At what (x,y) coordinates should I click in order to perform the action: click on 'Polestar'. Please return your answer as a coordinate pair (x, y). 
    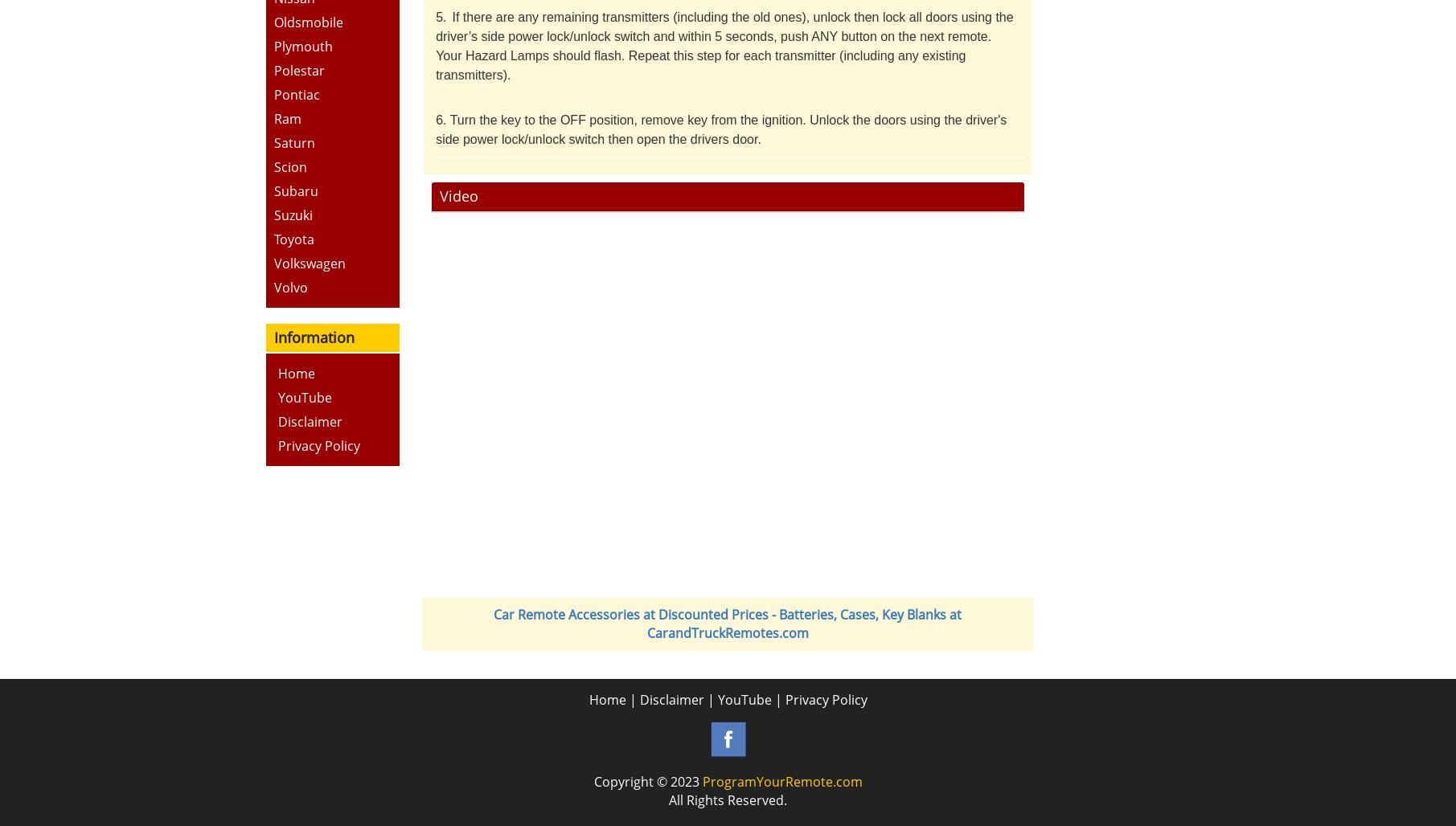
    Looking at the image, I should click on (297, 68).